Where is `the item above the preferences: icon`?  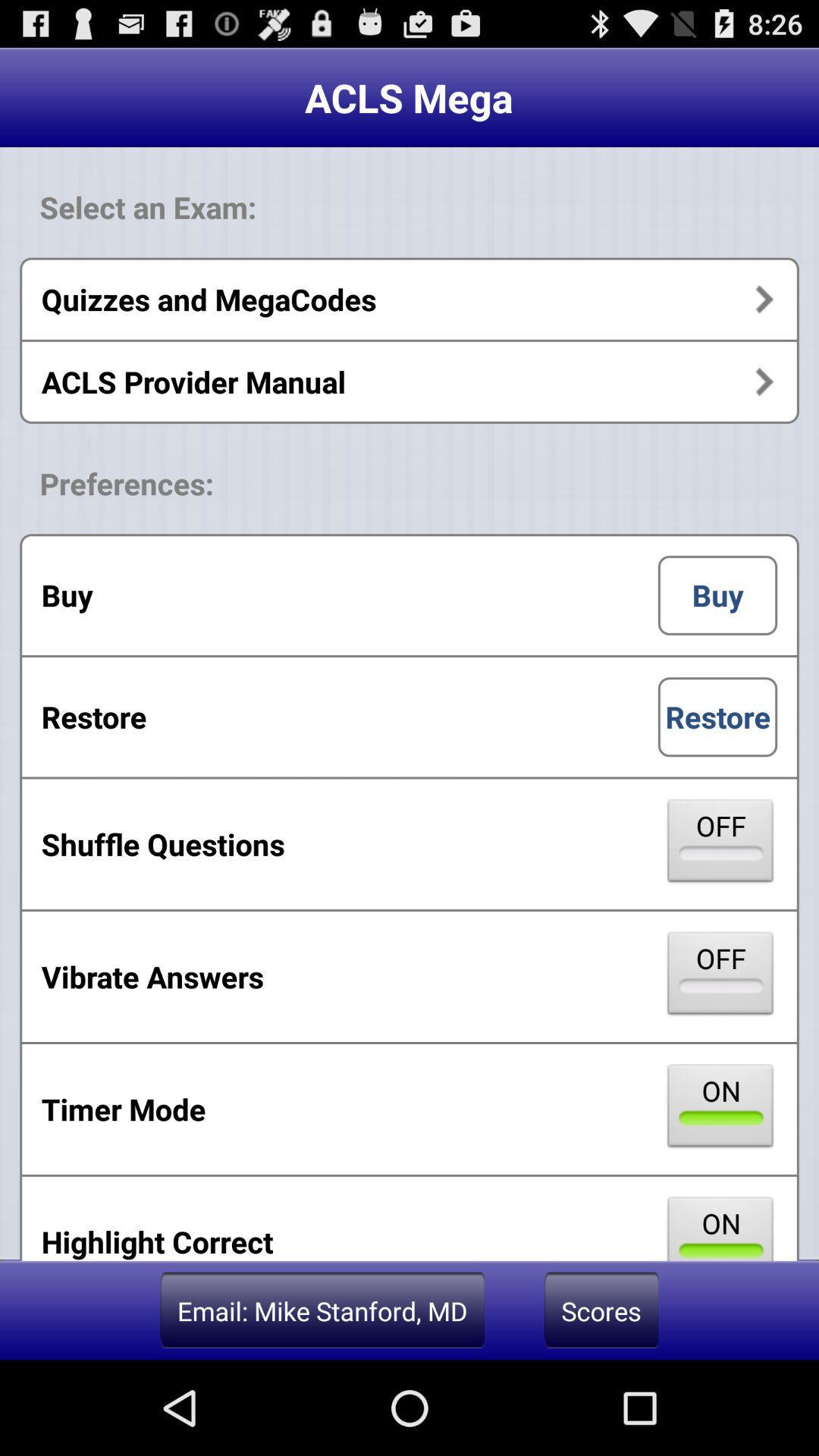 the item above the preferences: icon is located at coordinates (409, 381).